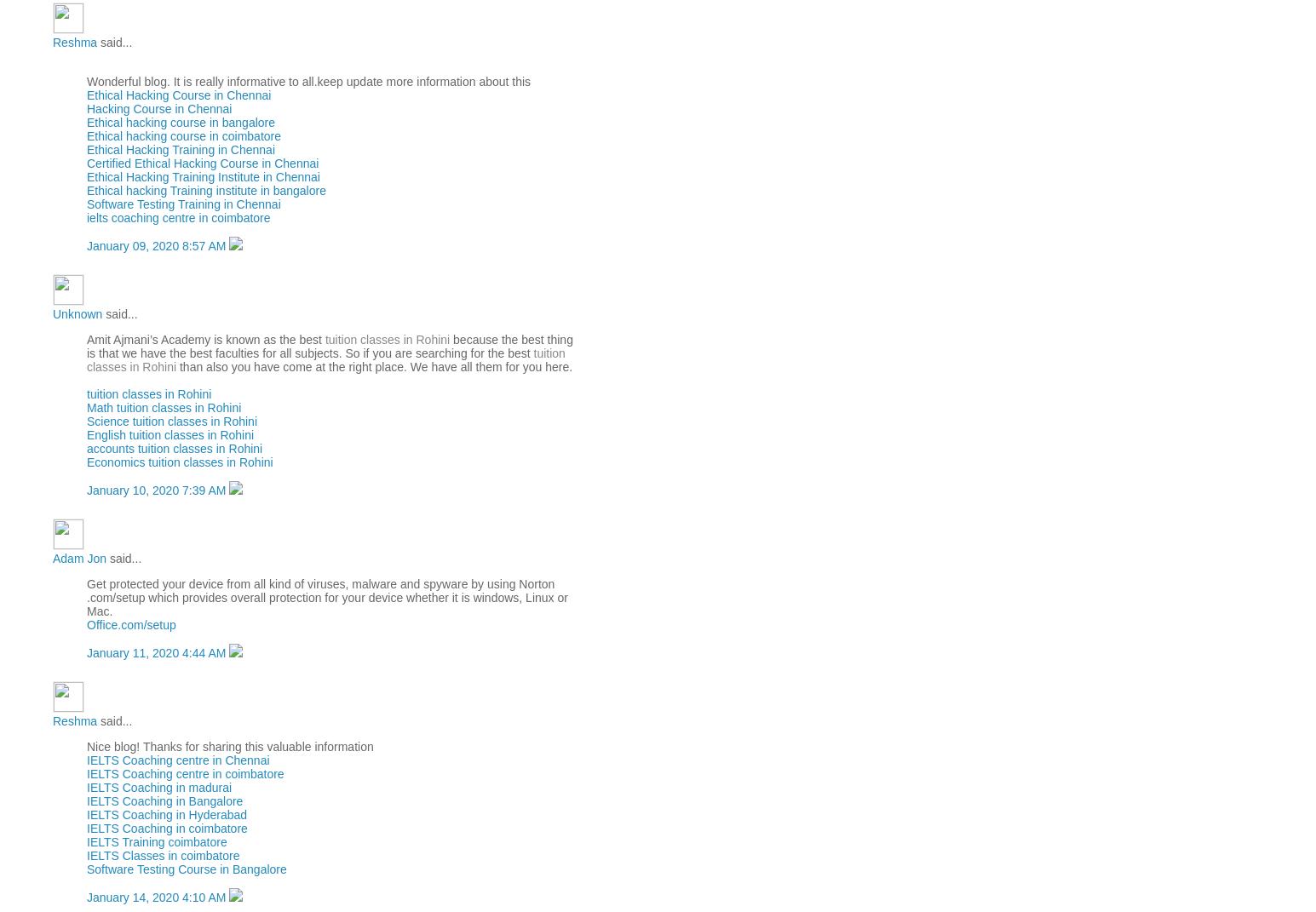 The height and width of the screenshot is (912, 1316). I want to click on 'Hacking Course in Chennai', so click(85, 108).